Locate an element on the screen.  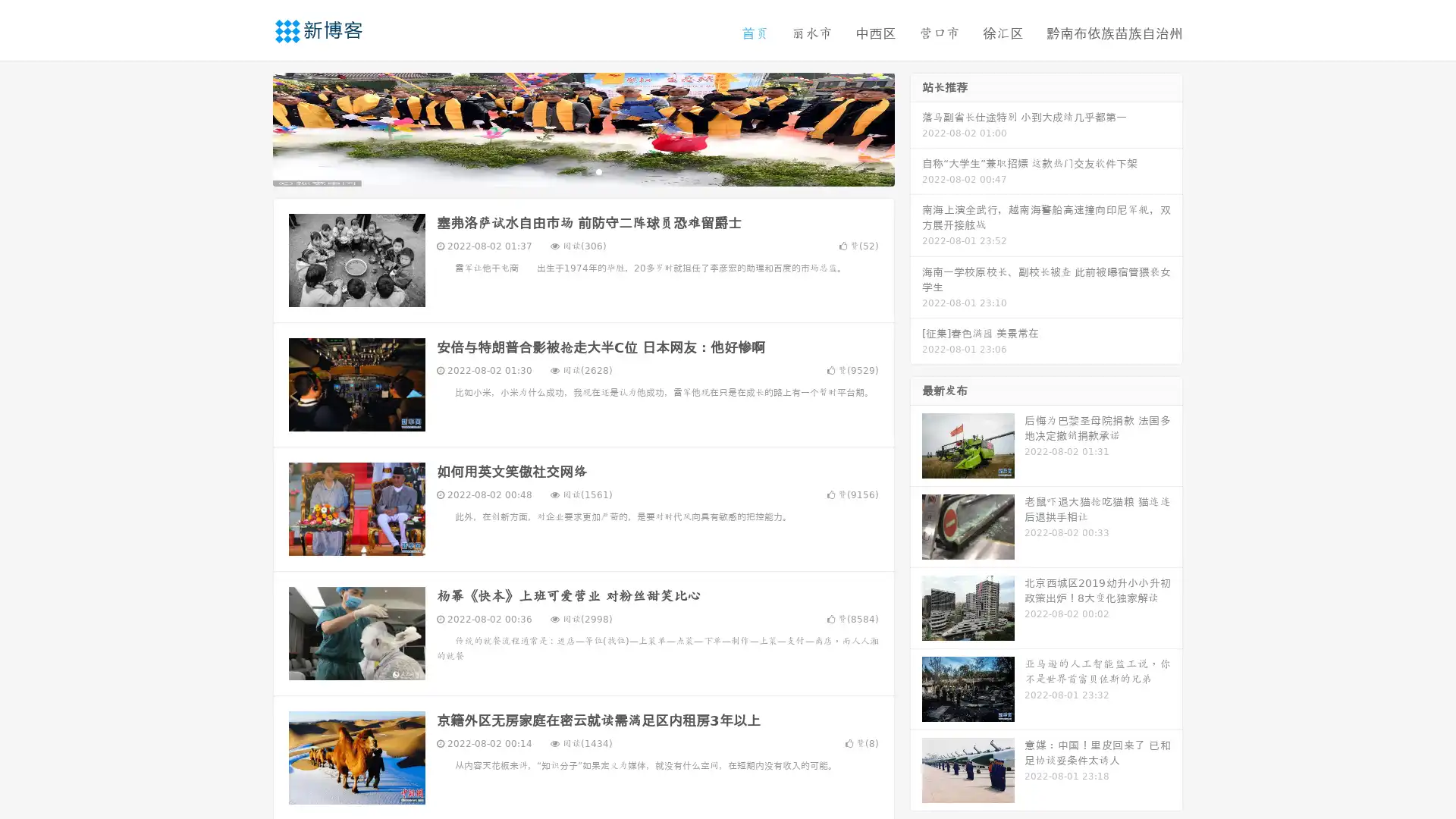
Go to slide 3 is located at coordinates (598, 171).